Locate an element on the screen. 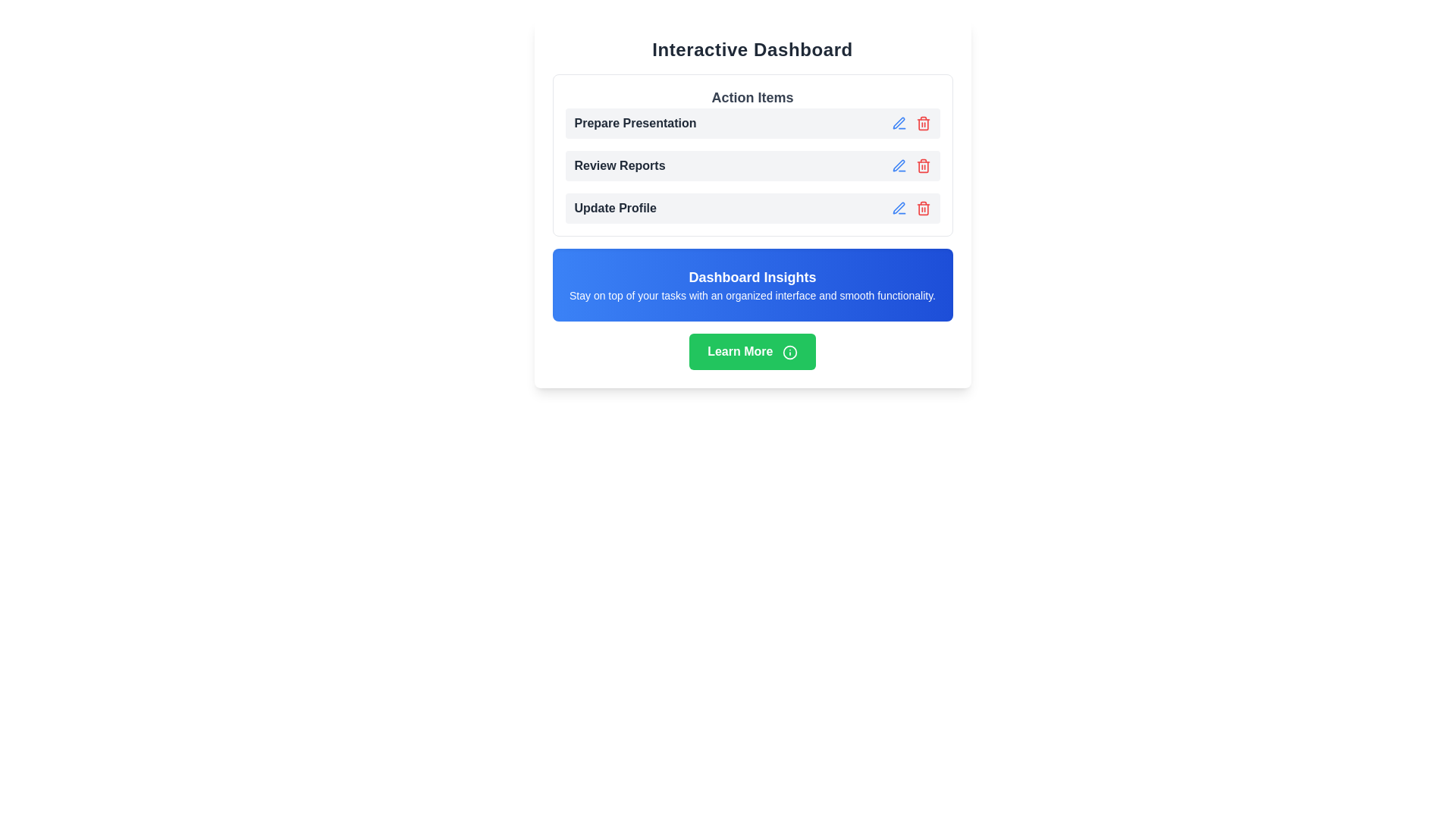  the red trash bin icon in the button group is located at coordinates (910, 122).